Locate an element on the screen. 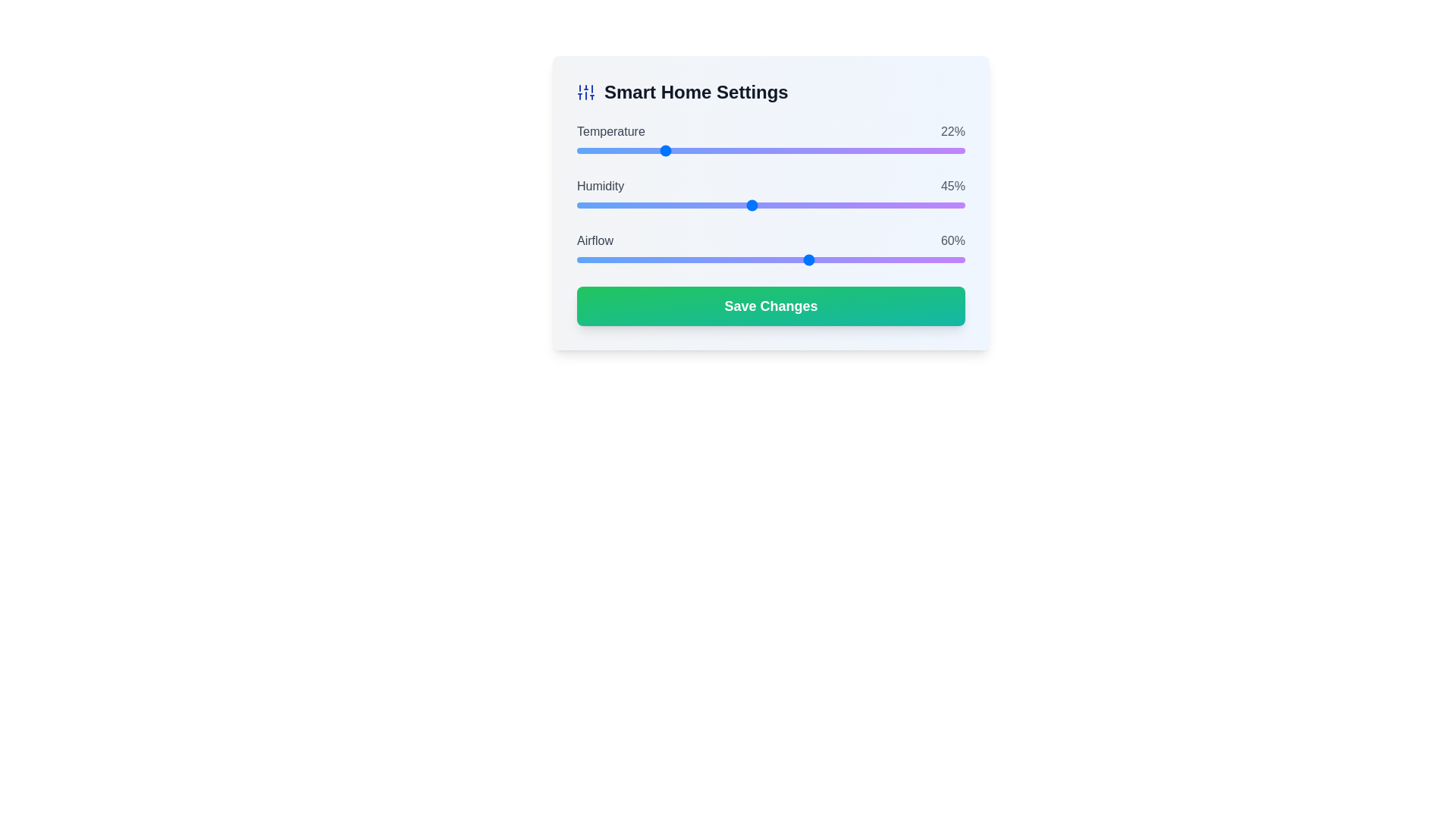 The width and height of the screenshot is (1456, 819). the static text label displaying the word 'airflow' which is styled in medium-weight, capitalized gray letters and positioned to the left of the '60%' progress indicator is located at coordinates (595, 240).